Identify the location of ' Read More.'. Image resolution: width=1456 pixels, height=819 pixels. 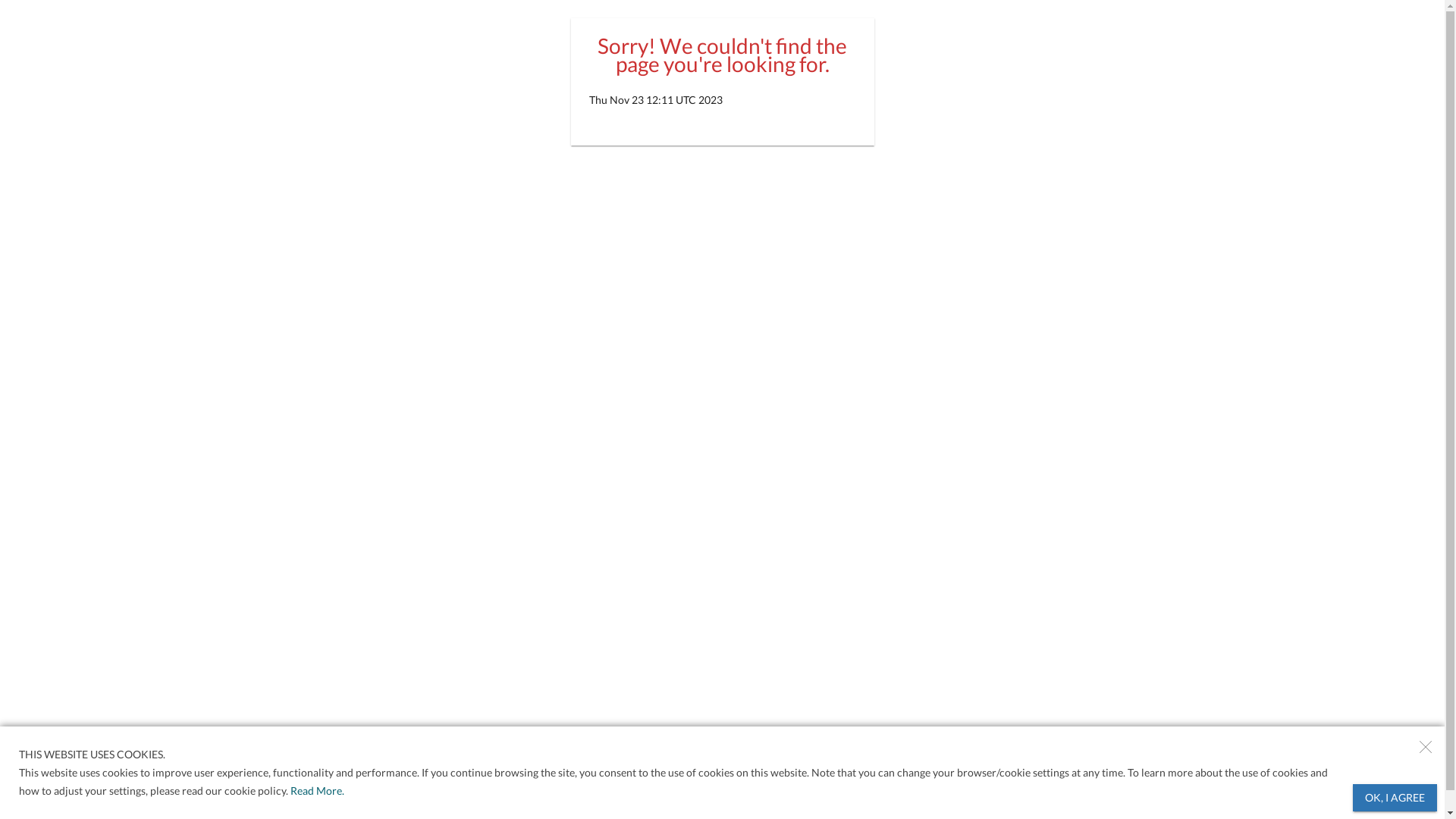
(315, 789).